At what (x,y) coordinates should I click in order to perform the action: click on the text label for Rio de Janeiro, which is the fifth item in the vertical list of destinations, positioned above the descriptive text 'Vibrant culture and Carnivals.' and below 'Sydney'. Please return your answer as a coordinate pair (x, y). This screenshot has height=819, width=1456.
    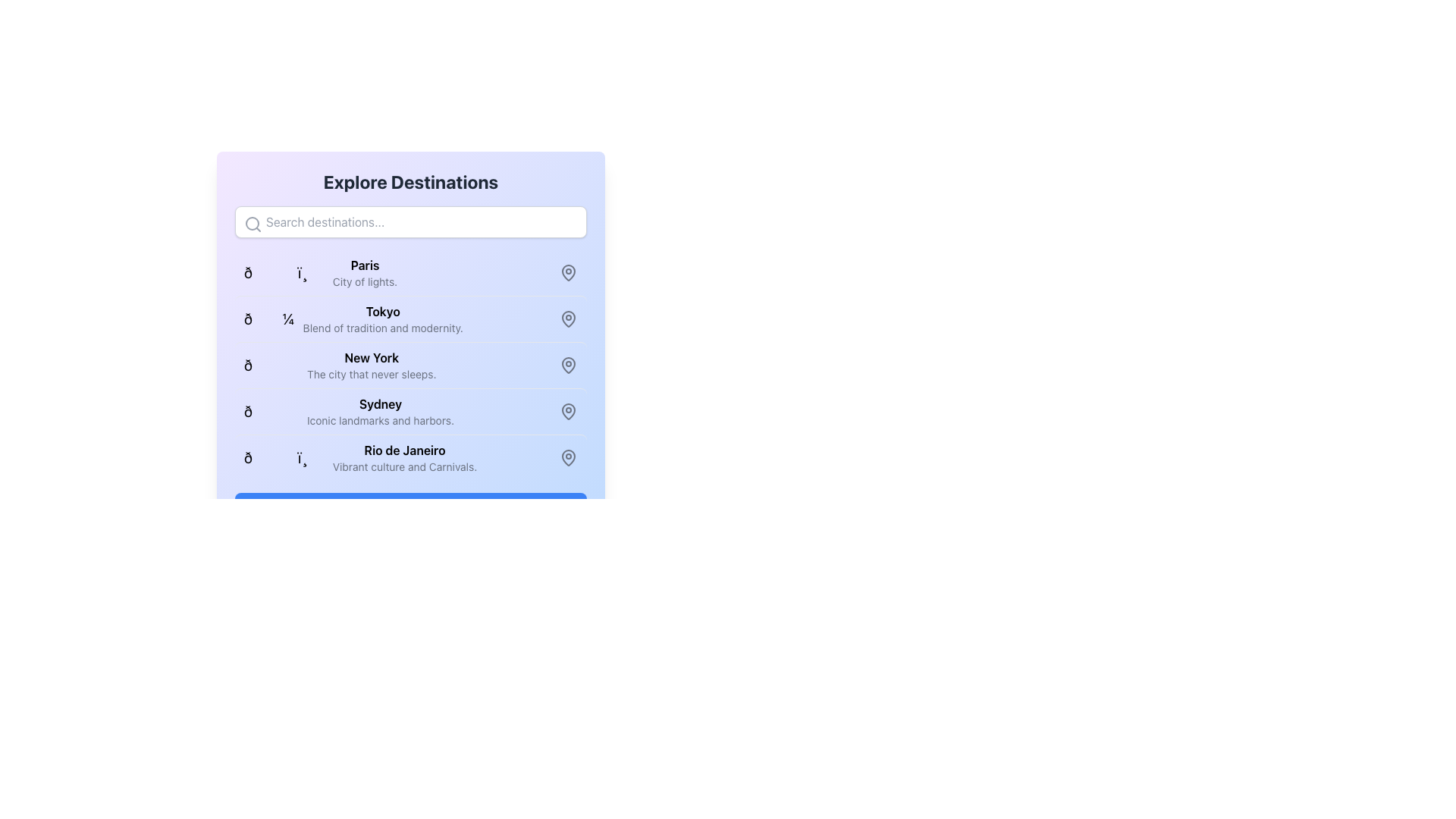
    Looking at the image, I should click on (405, 450).